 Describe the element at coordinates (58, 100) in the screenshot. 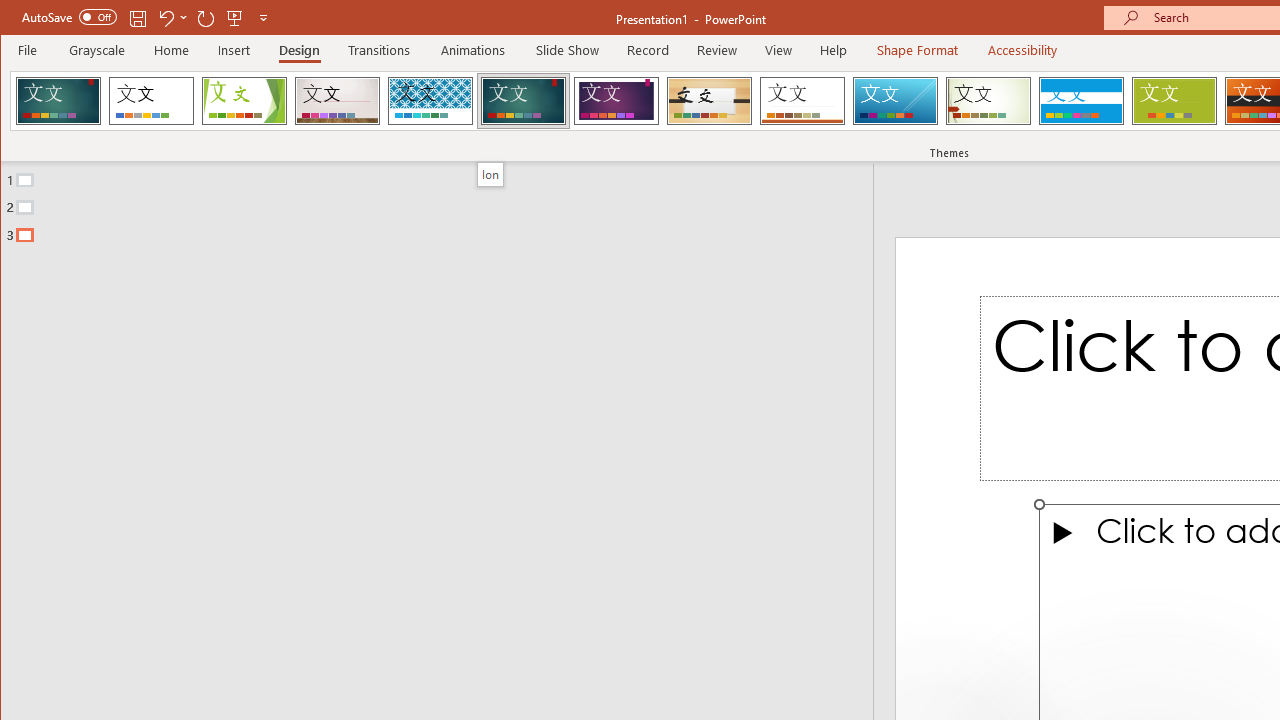

I see `'Dividend'` at that location.